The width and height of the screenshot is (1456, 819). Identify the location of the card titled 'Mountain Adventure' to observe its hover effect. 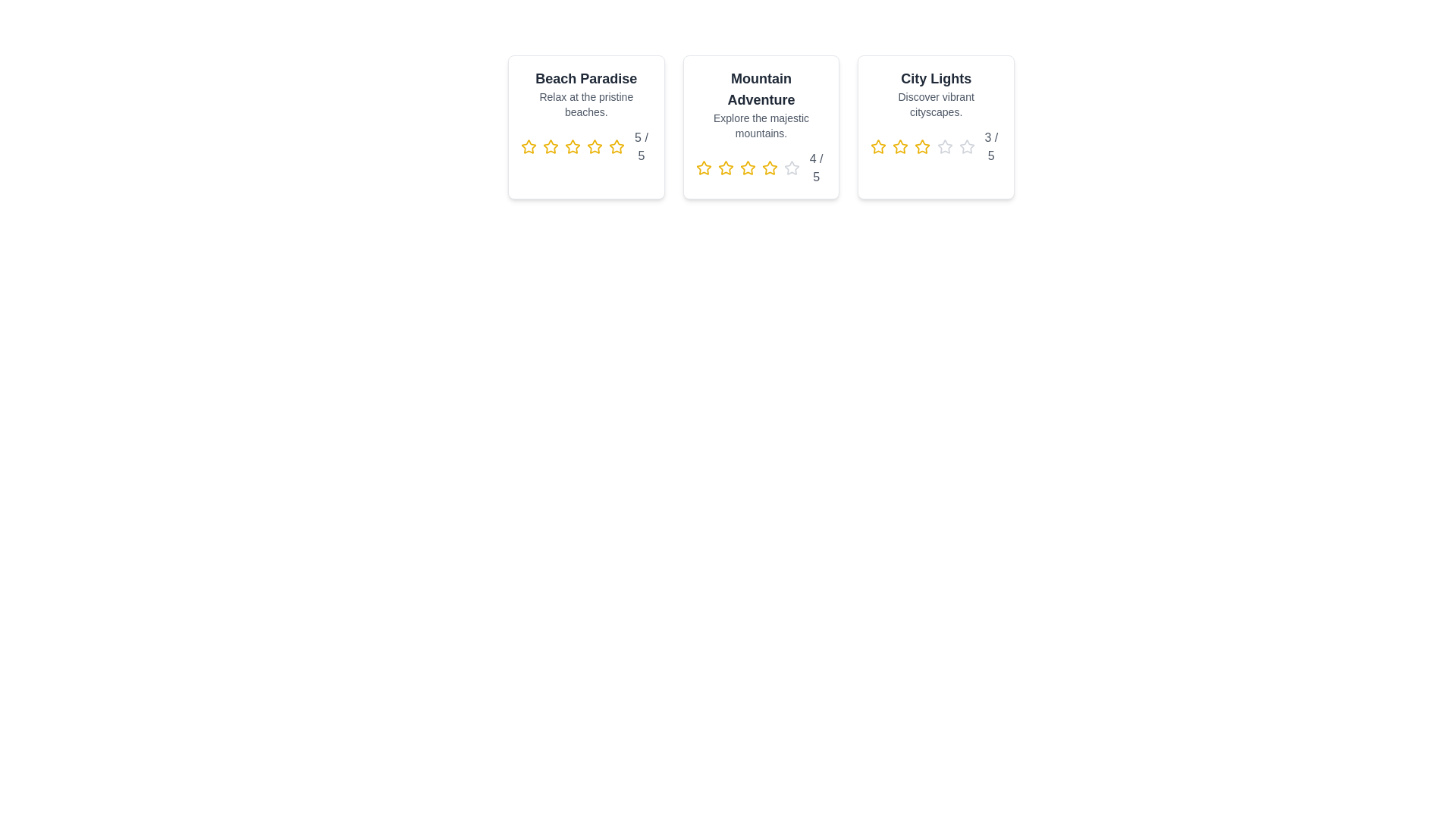
(761, 127).